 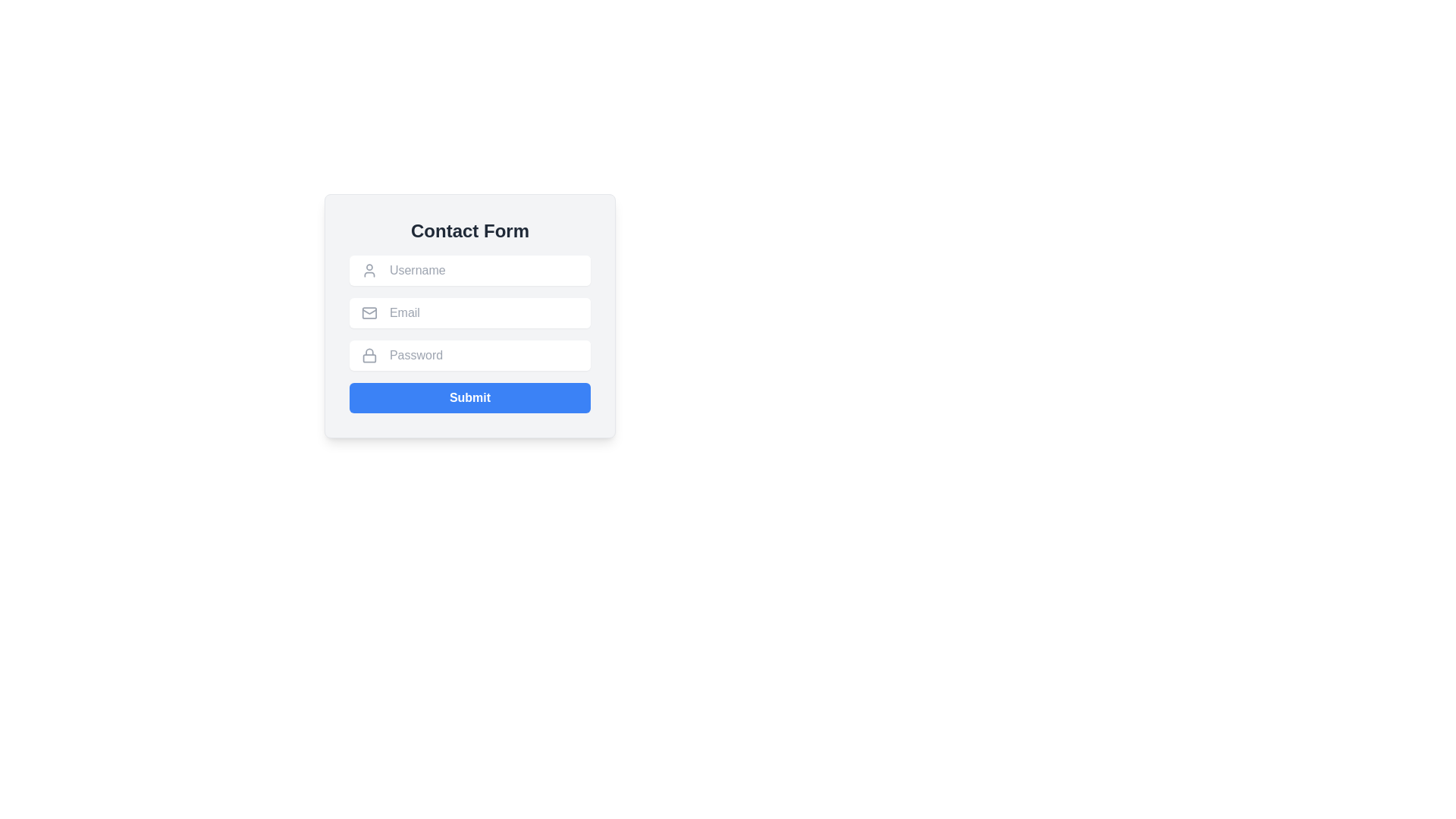 I want to click on the email input field icon located inside the 'Contact Form', positioned to the left of the email input text area, so click(x=369, y=312).